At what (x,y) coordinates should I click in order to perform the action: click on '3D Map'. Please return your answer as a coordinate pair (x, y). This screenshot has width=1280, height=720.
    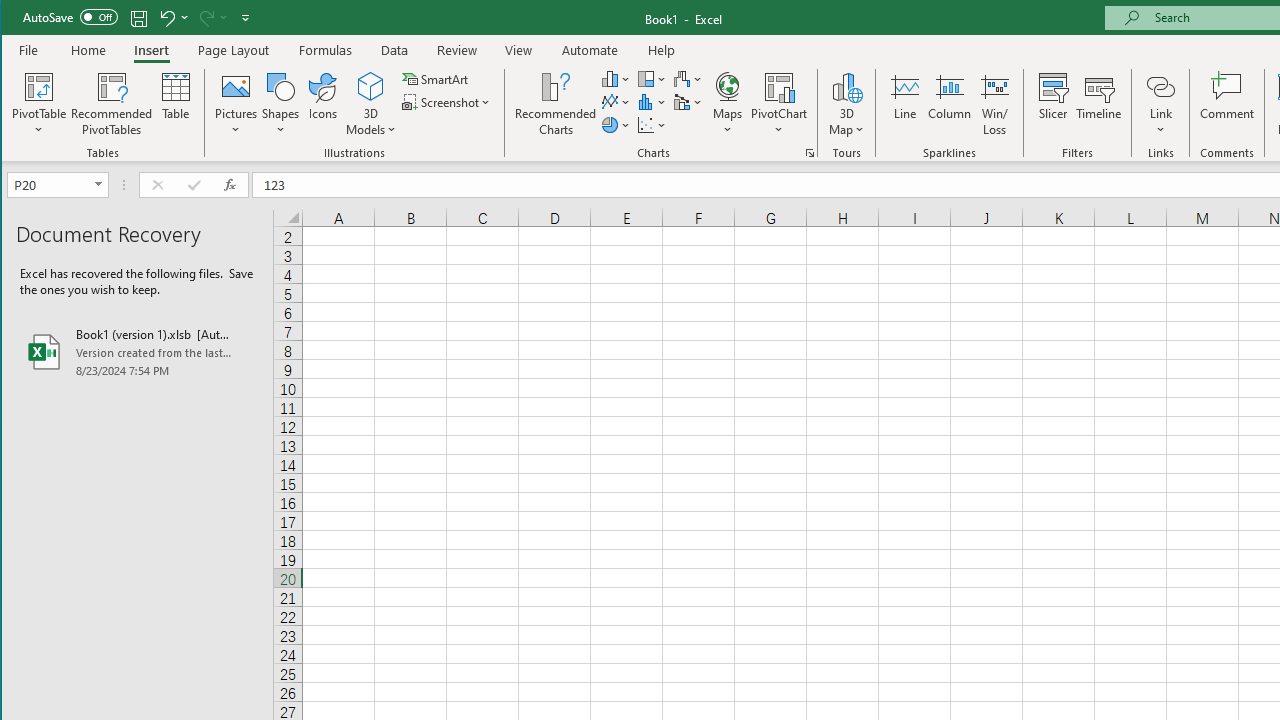
    Looking at the image, I should click on (846, 104).